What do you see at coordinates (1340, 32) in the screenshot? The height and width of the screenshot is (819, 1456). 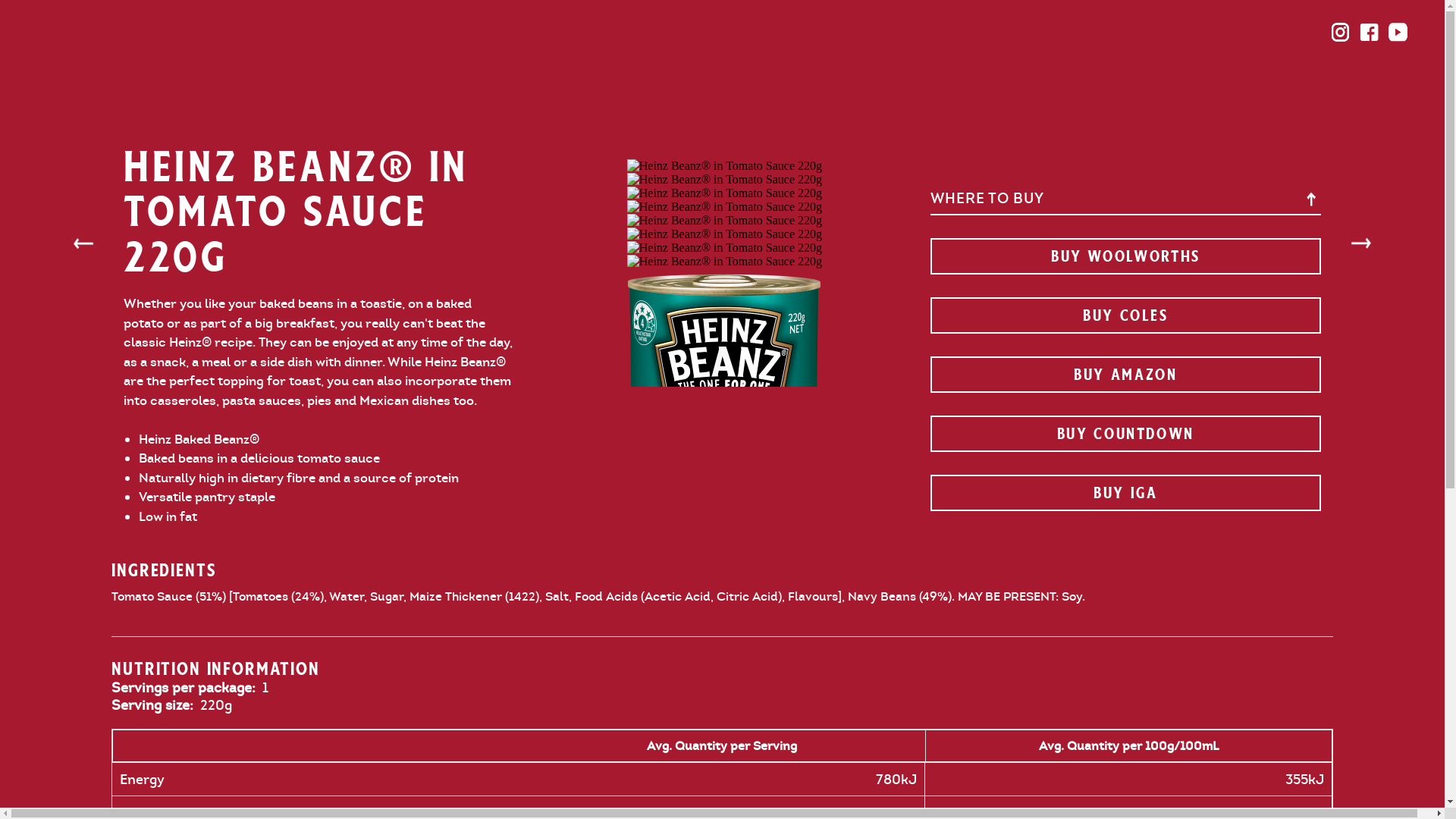 I see `'instagram'` at bounding box center [1340, 32].